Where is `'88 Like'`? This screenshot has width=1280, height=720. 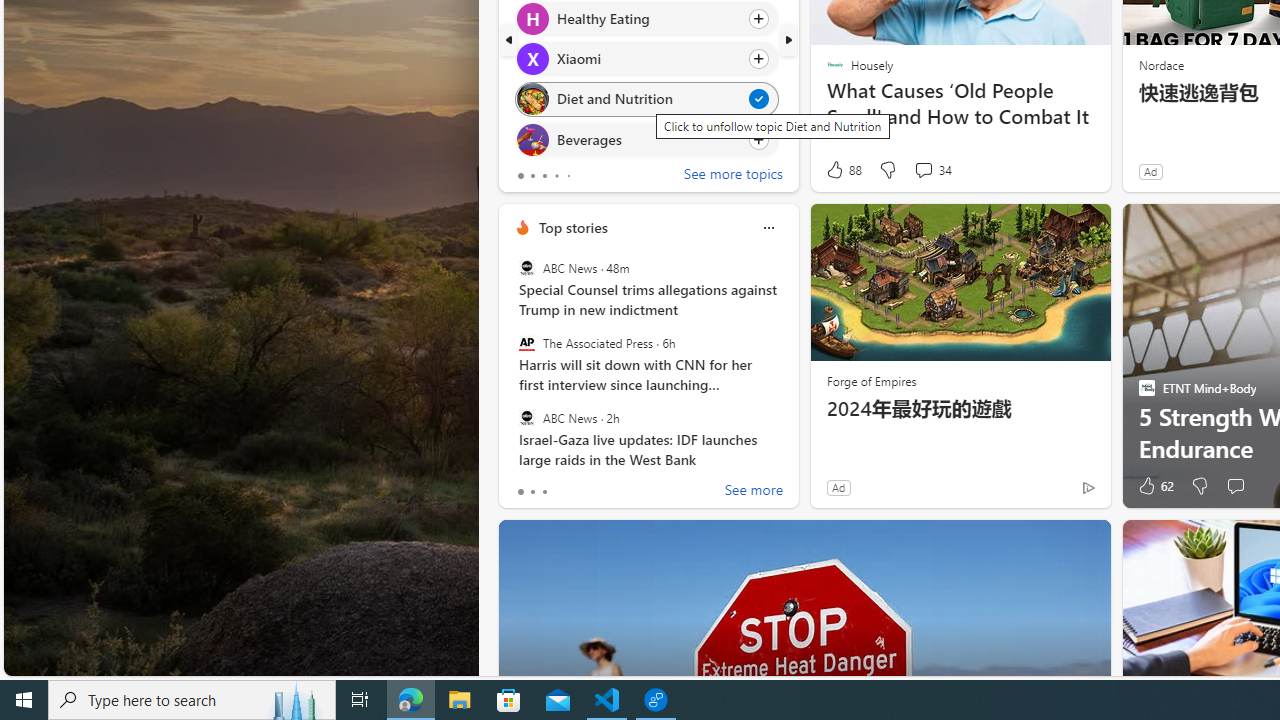
'88 Like' is located at coordinates (843, 169).